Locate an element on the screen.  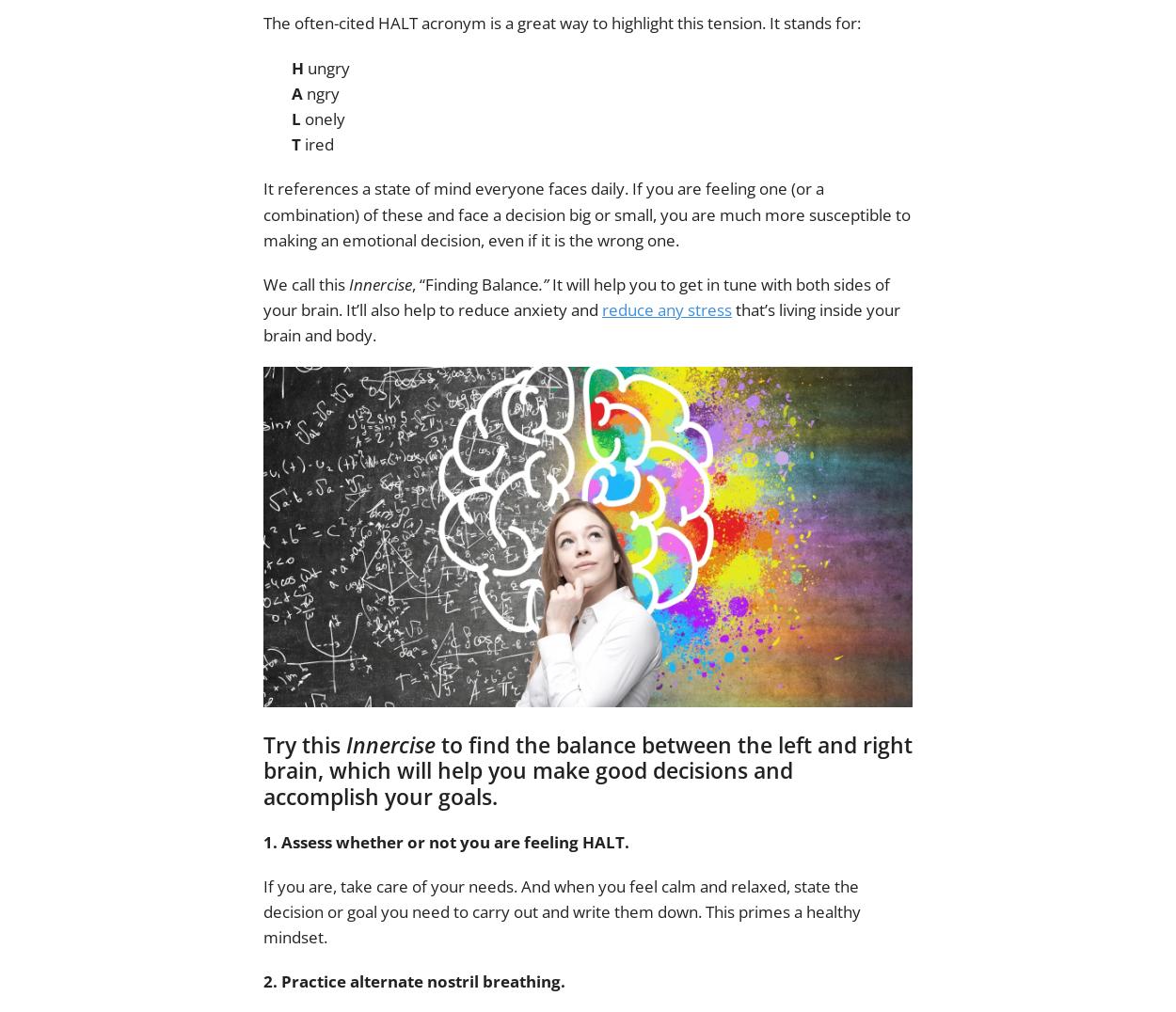
'It will help you to get in tune with both sides of your brain. It’ll also help to reduce anxiety and' is located at coordinates (576, 296).